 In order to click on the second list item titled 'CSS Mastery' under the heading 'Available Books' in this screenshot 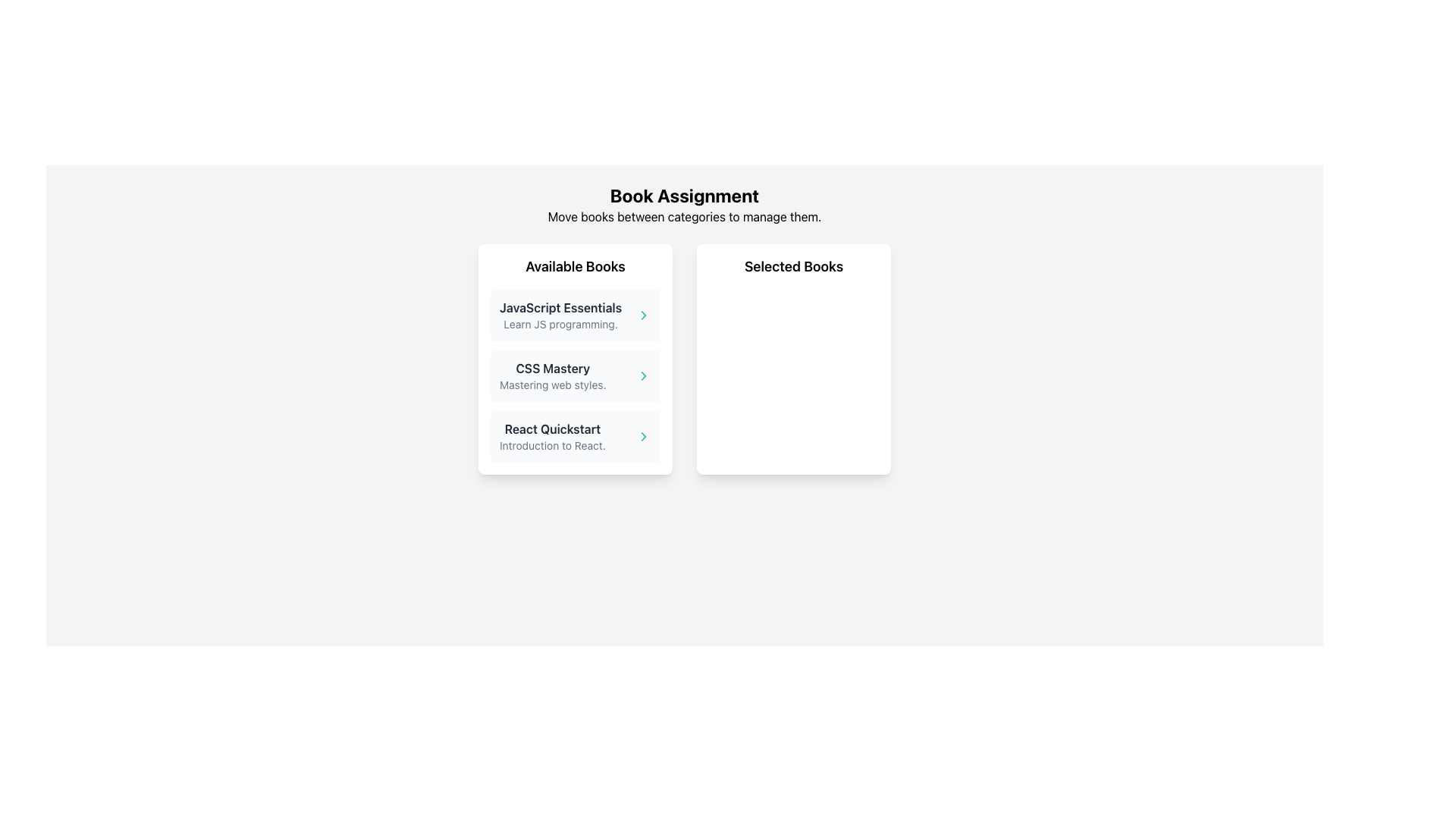, I will do `click(574, 375)`.